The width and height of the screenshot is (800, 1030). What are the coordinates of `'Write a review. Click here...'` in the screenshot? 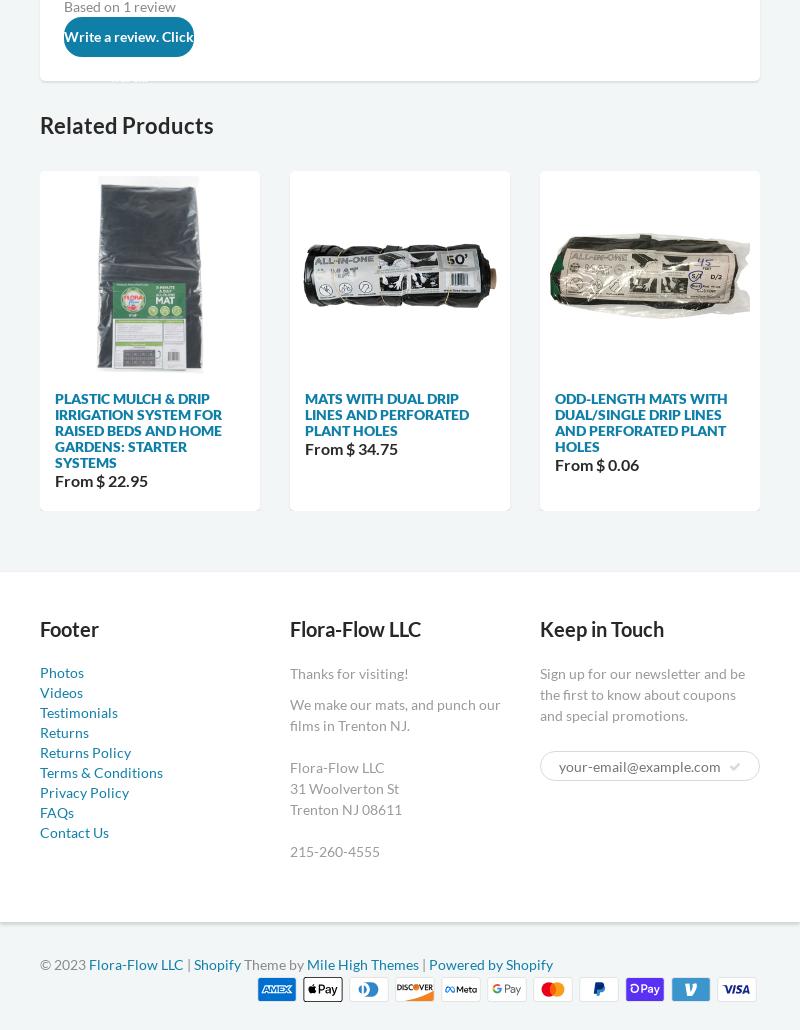 It's located at (128, 56).